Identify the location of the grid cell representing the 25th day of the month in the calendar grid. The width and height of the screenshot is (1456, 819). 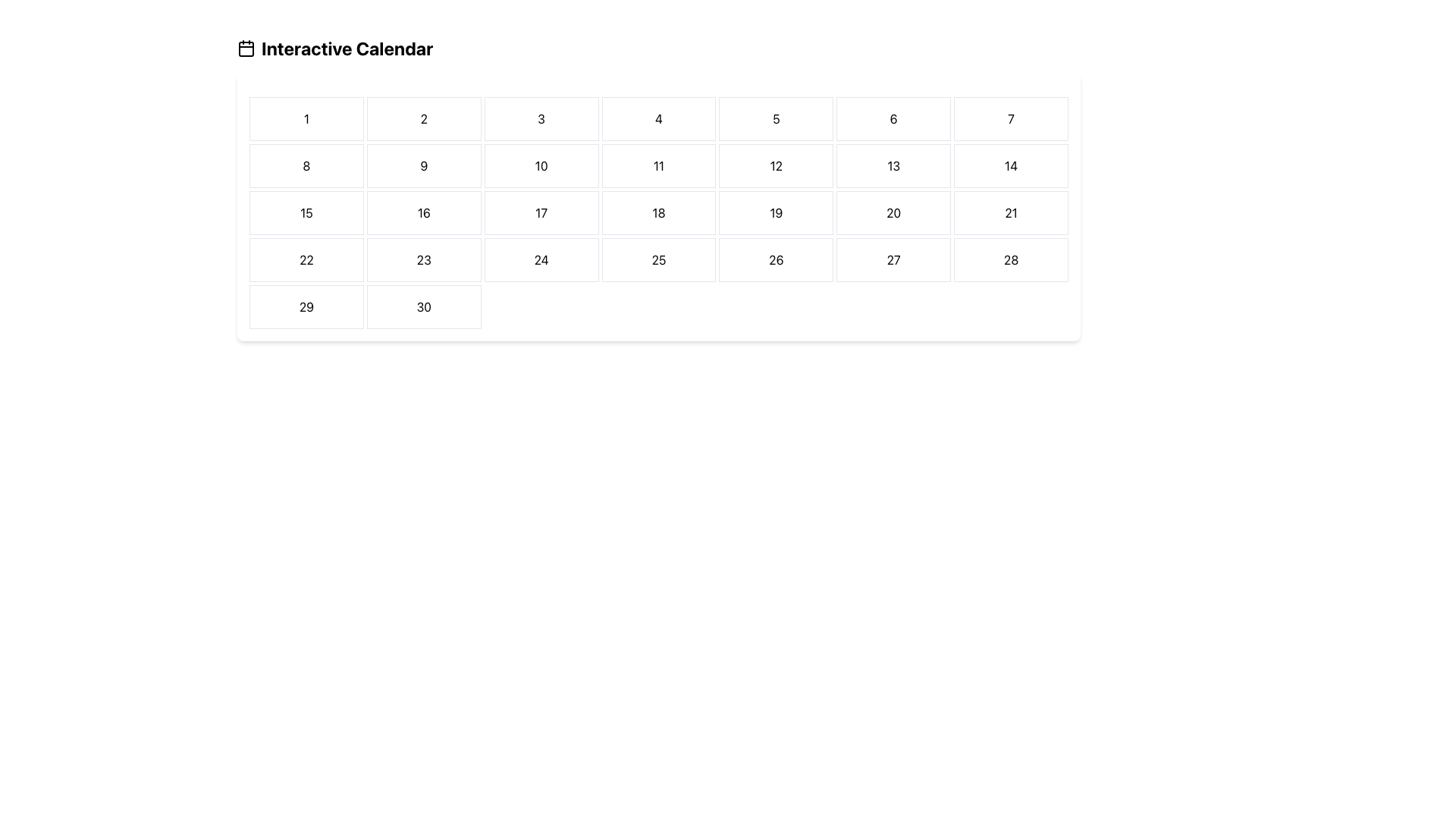
(658, 259).